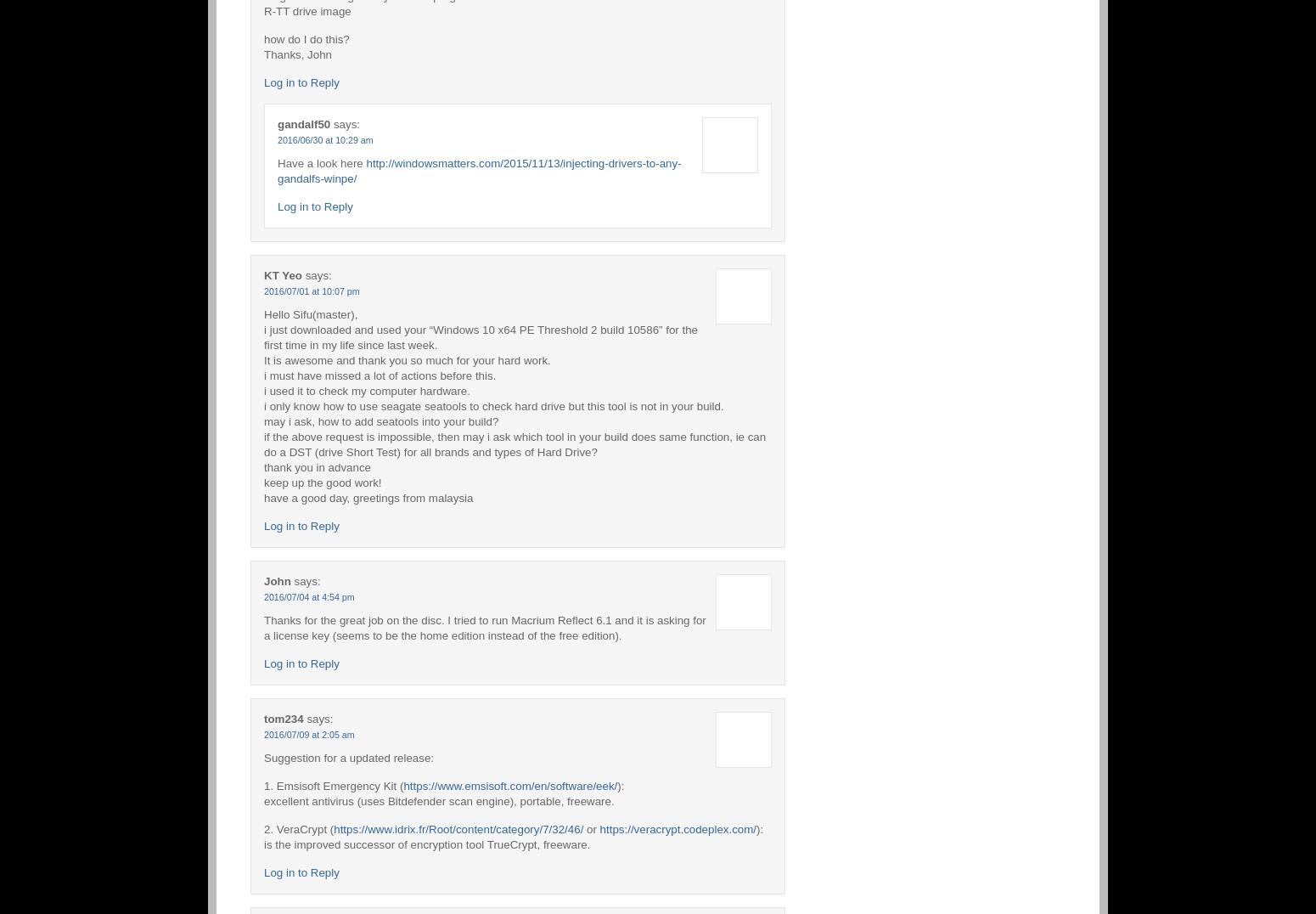  Describe the element at coordinates (311, 290) in the screenshot. I see `'2016/07/01 at 10:07 pm'` at that location.